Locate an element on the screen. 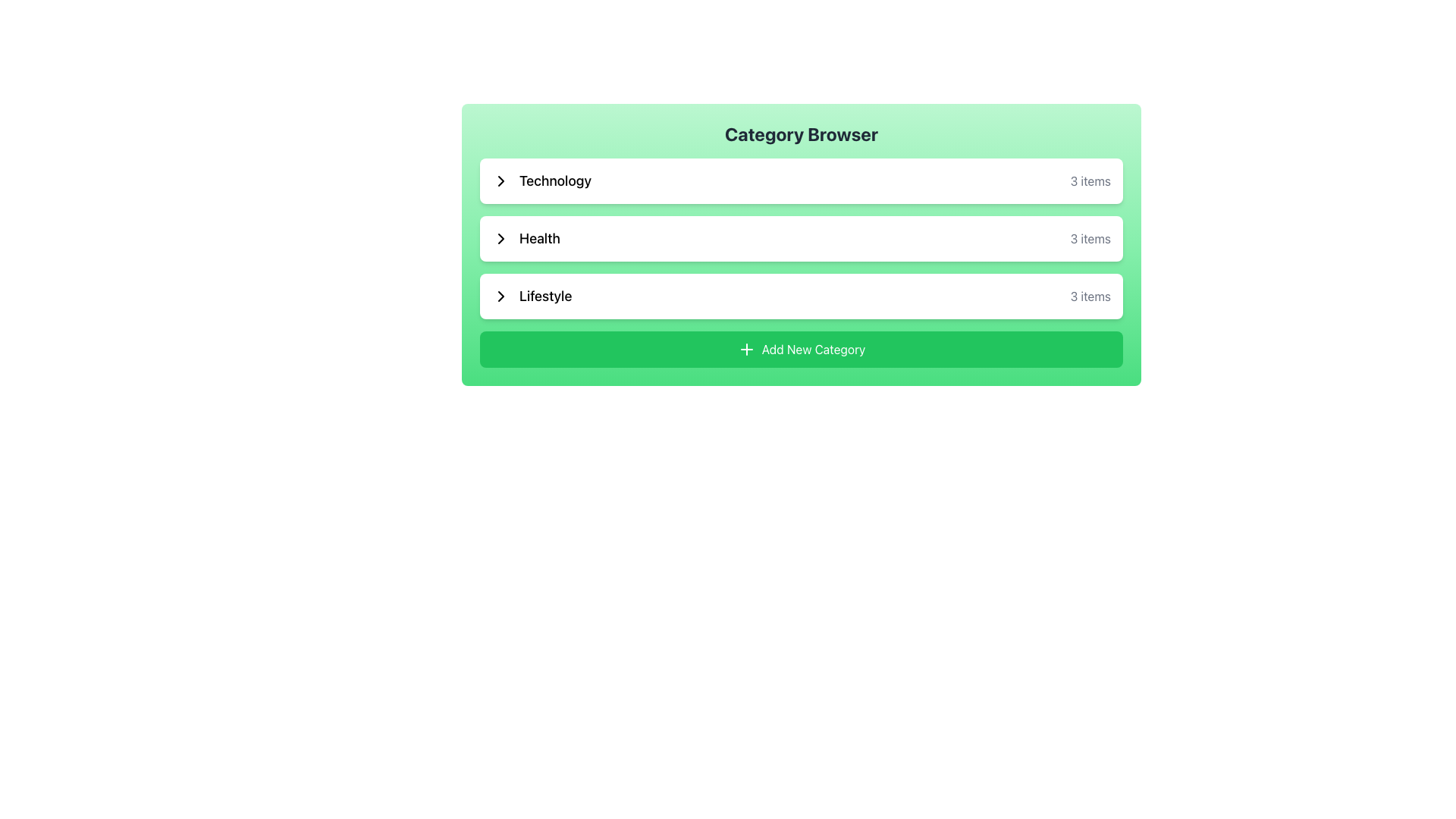  the 'Lifestyle' category button or information card, which is the third card in the vertical list under 'Category Browser' is located at coordinates (800, 296).